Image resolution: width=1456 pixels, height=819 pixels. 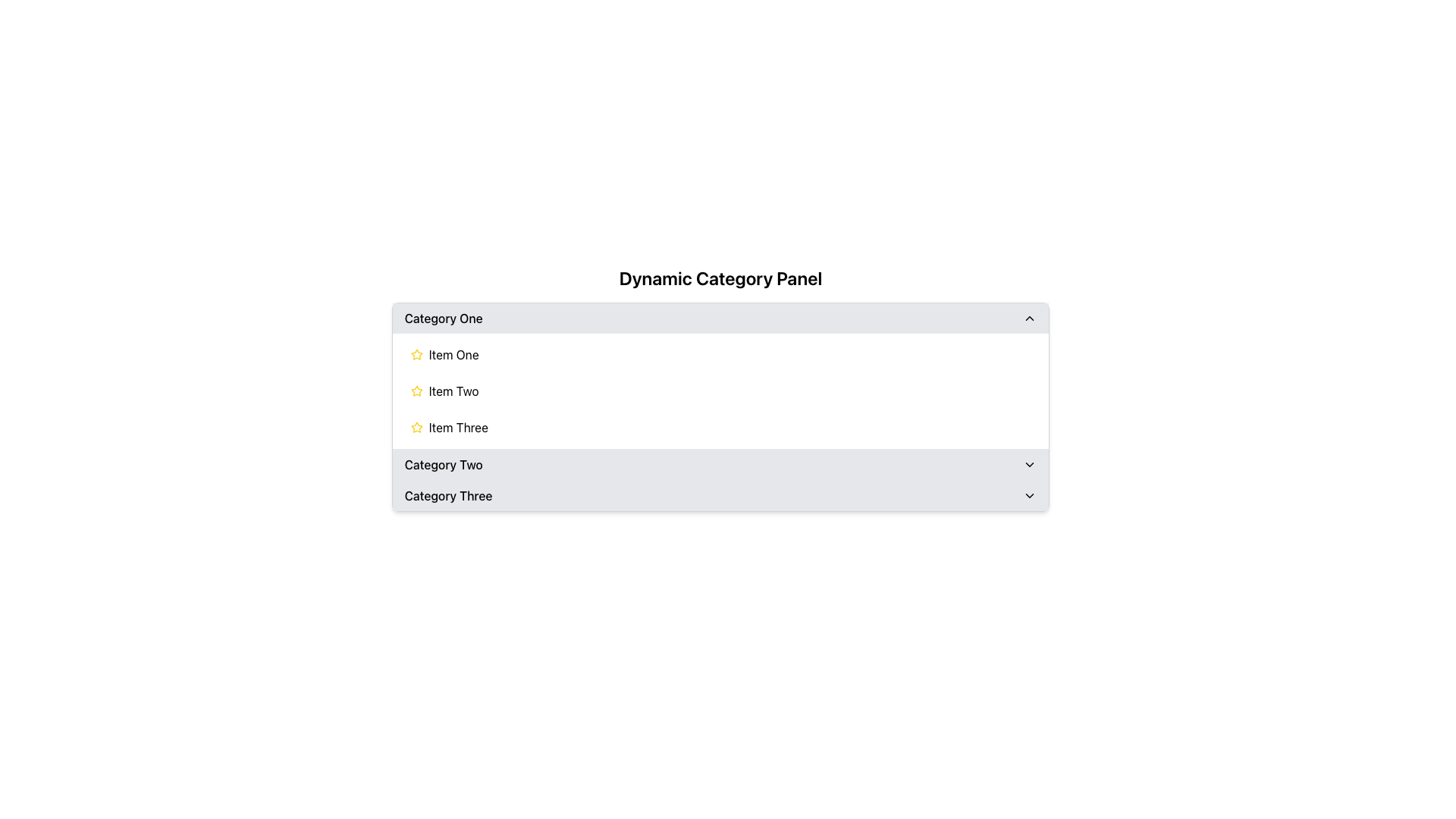 What do you see at coordinates (447, 496) in the screenshot?
I see `the text label indicating 'Category Three', which is located at the bottom section of a vertically stacked list of categories, to visually represent this category name and provide a clear label for associated items or actions` at bounding box center [447, 496].